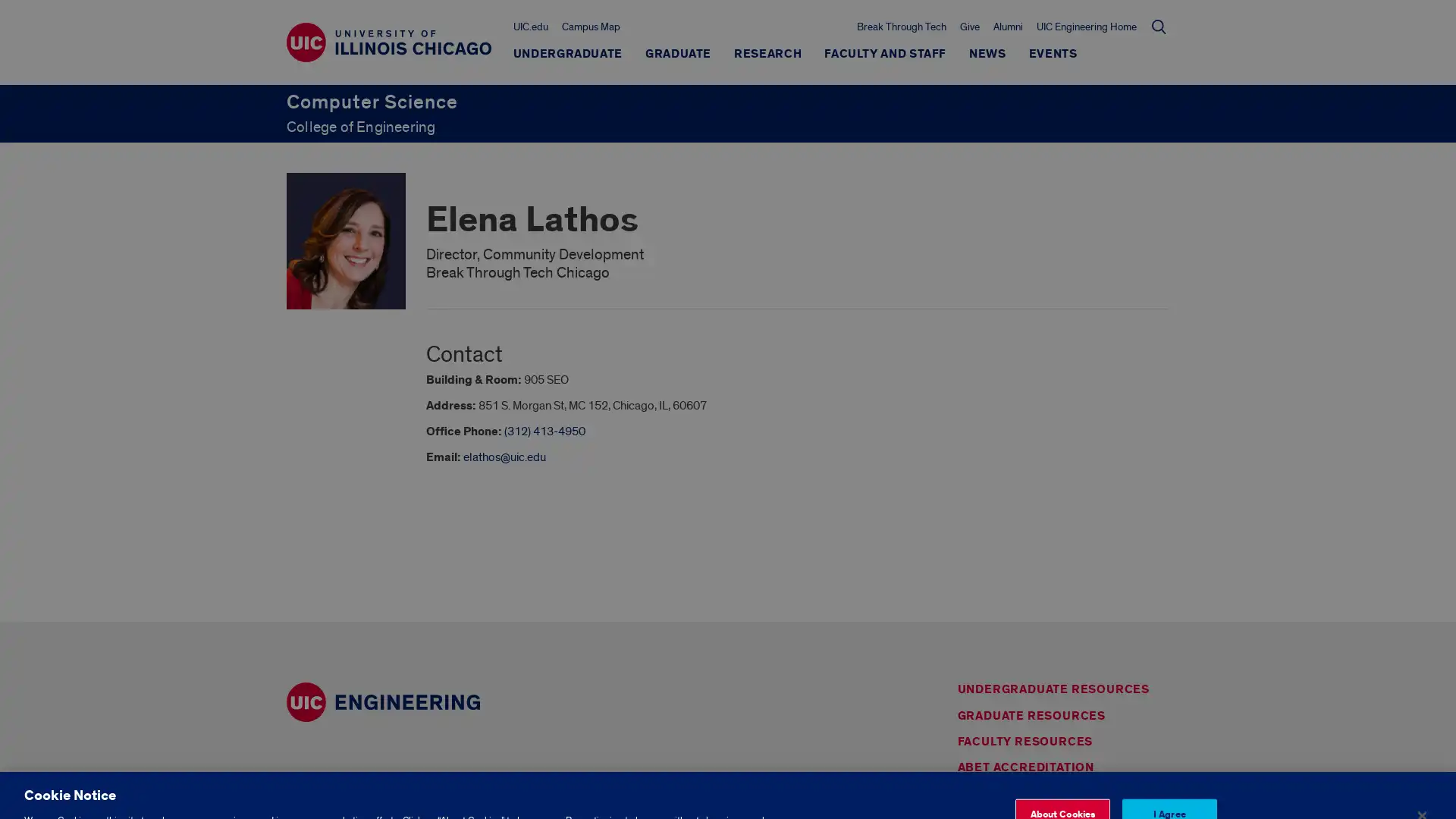 This screenshot has height=819, width=1456. I want to click on Close, so click(1420, 774).